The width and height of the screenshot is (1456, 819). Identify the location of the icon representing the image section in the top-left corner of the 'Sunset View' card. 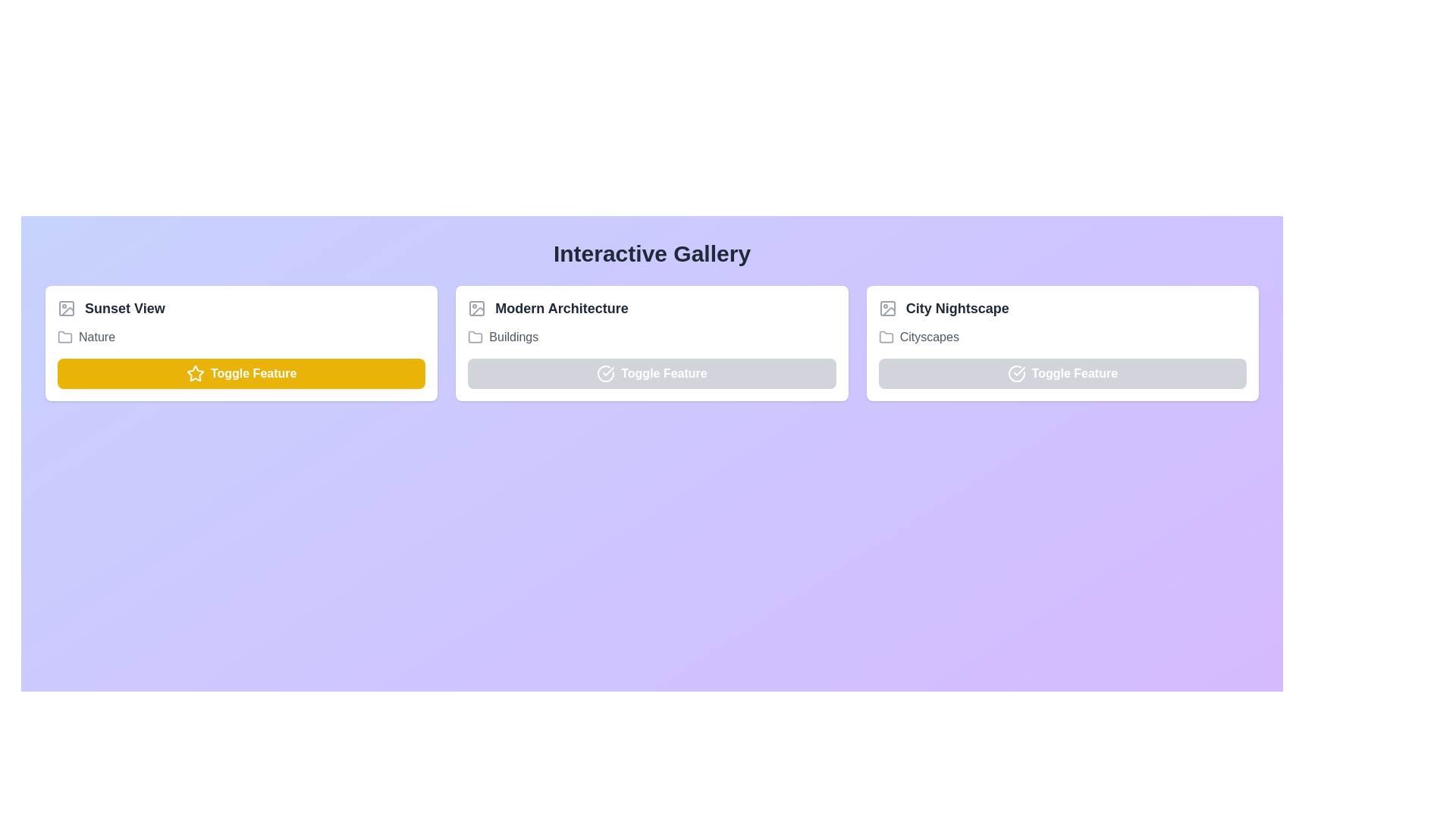
(65, 308).